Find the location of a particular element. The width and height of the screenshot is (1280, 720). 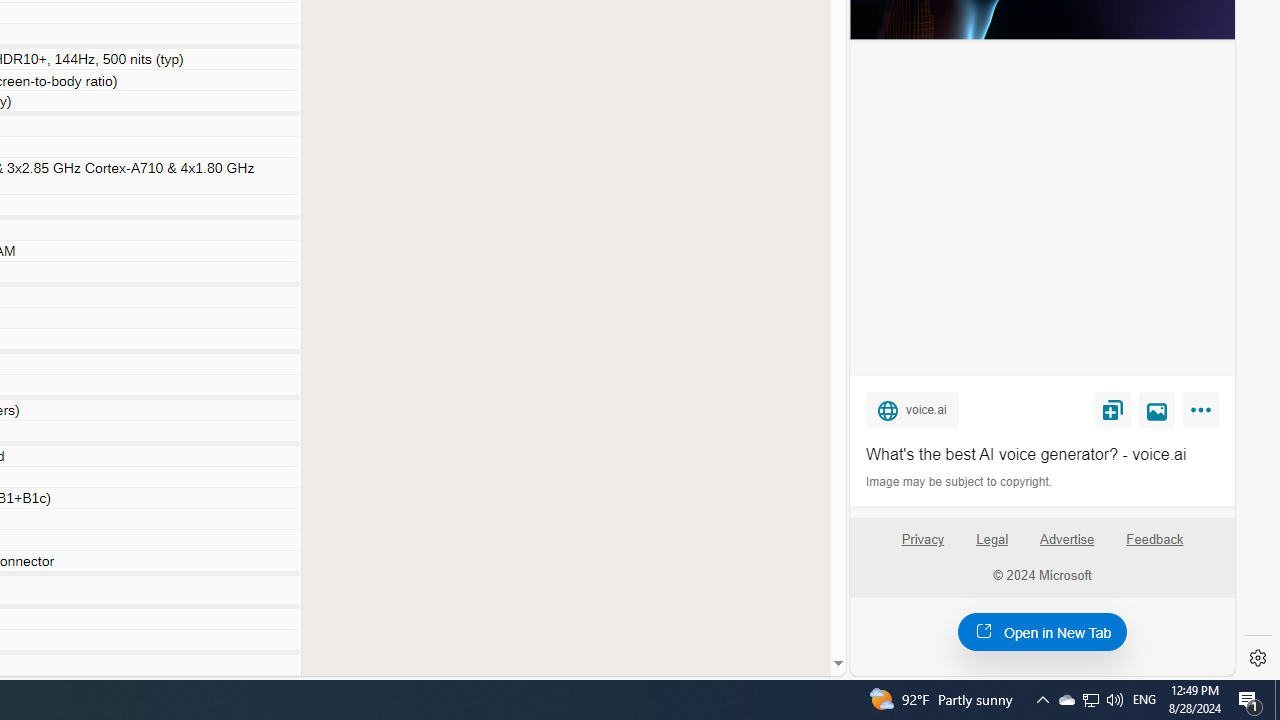

'Image may be subject to copyright.' is located at coordinates (960, 482).